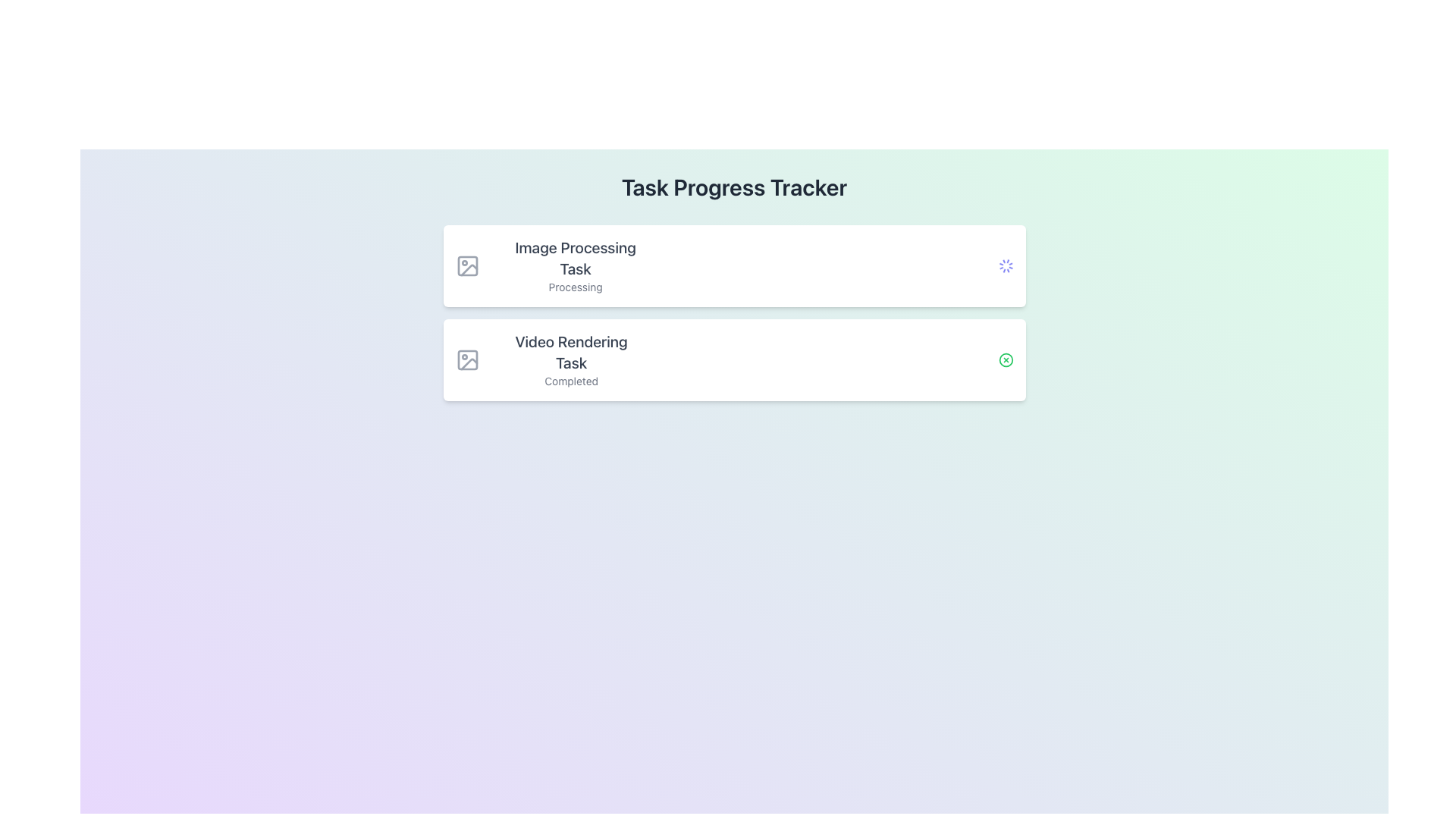 This screenshot has width=1456, height=819. Describe the element at coordinates (1006, 359) in the screenshot. I see `the visual indicator icon located in the middle of the bottom row of the task interface that corresponds to the 'Video Rendering' task card` at that location.